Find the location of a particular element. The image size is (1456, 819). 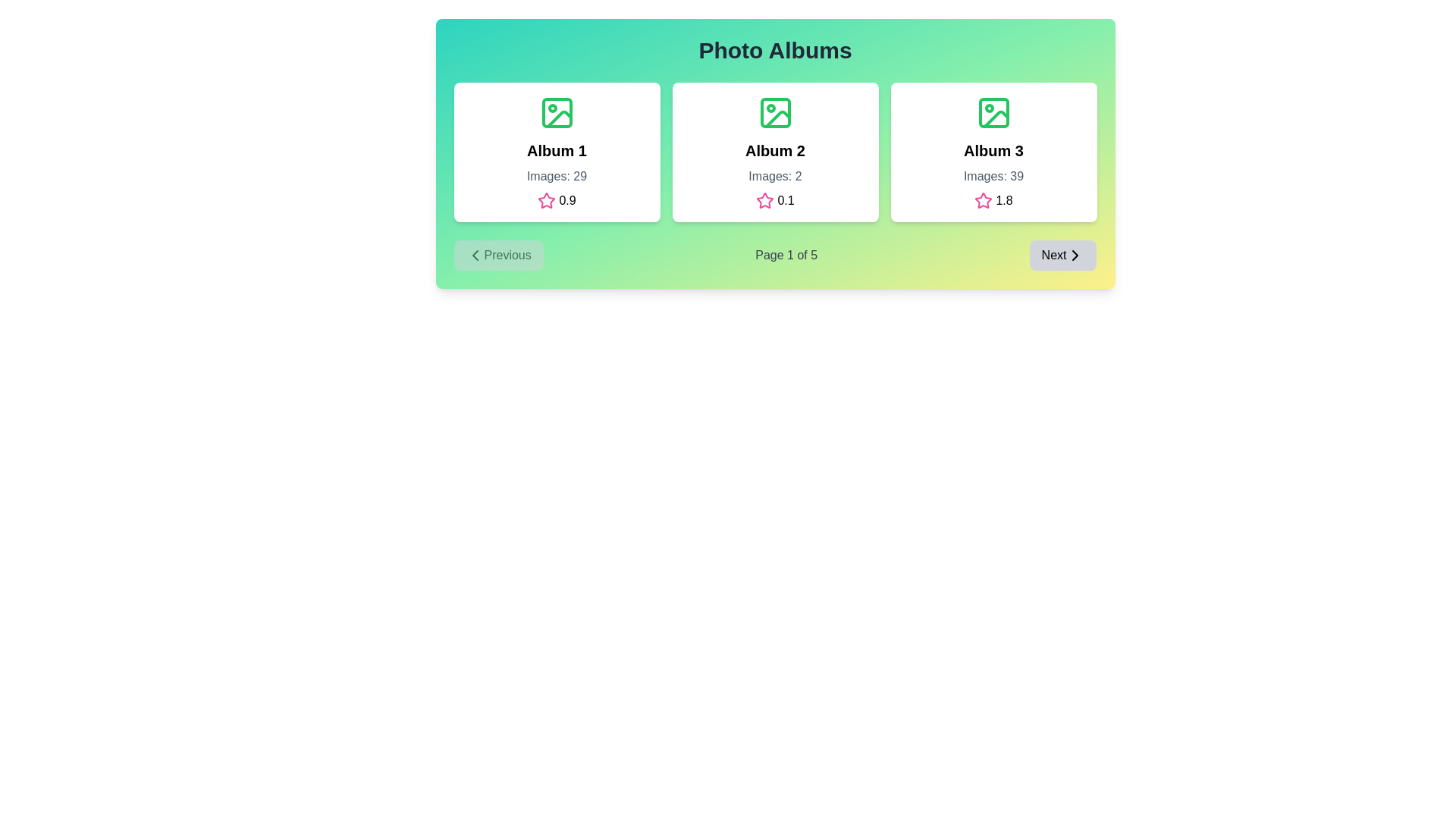

the green rectangular SVG shape within the first card of the photo albums grid, located above the text 'Album 1' is located at coordinates (556, 112).